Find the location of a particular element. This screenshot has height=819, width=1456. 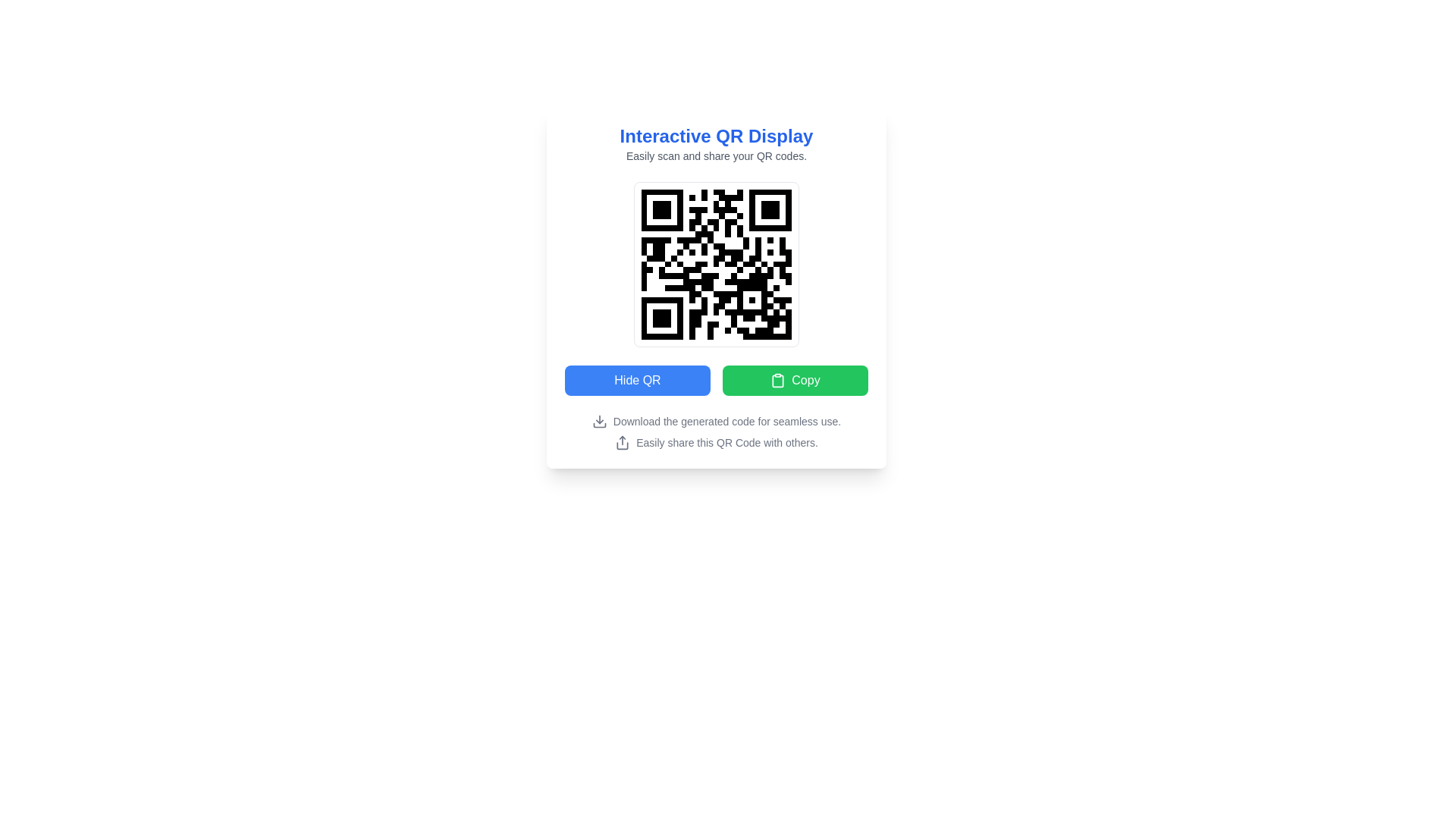

the text content section that contains an upward-pointing arrow icon and the text 'Easily share this QR Code with others.' is located at coordinates (716, 442).